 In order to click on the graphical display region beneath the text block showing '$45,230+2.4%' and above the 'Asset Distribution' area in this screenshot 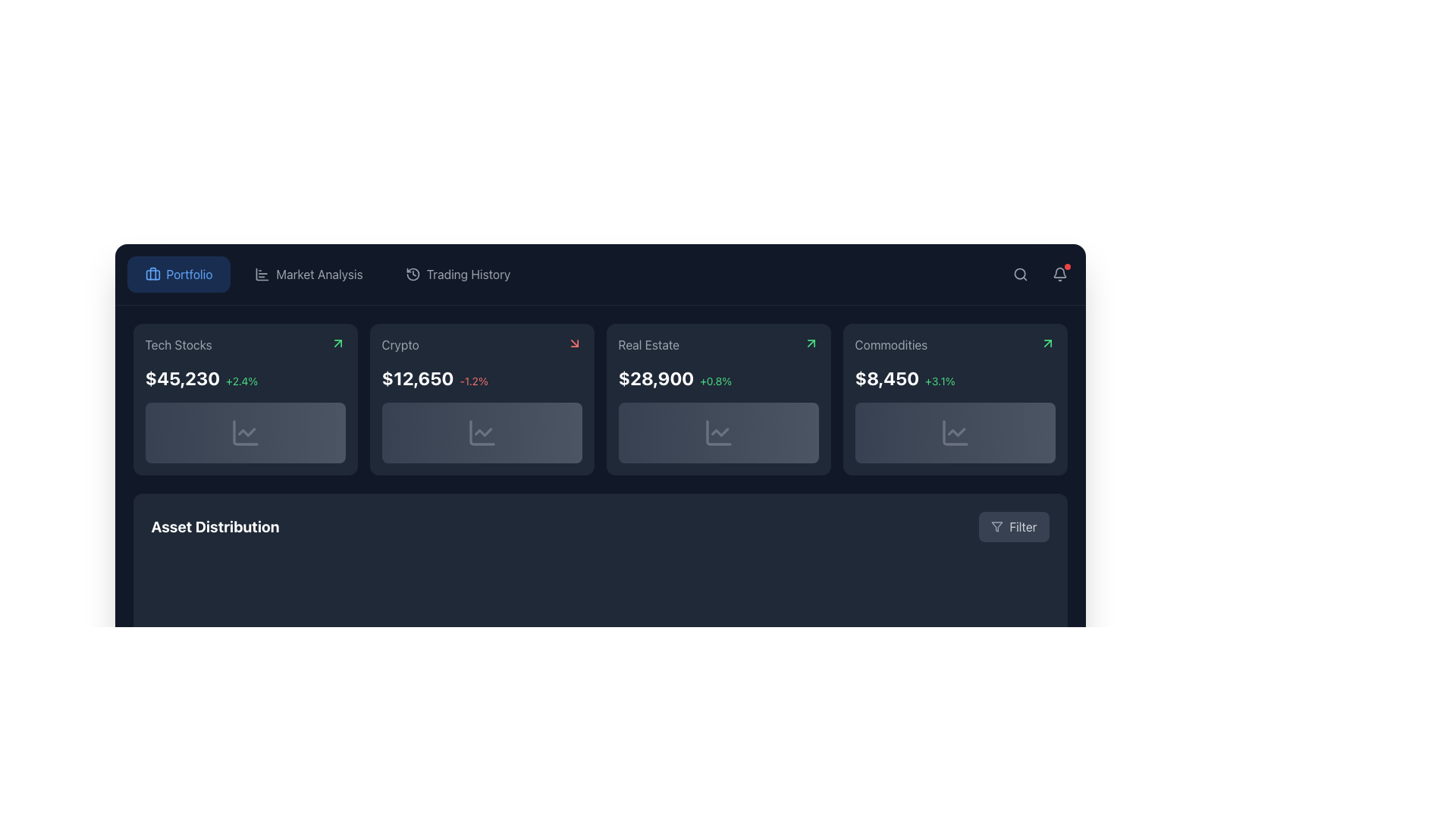, I will do `click(245, 432)`.